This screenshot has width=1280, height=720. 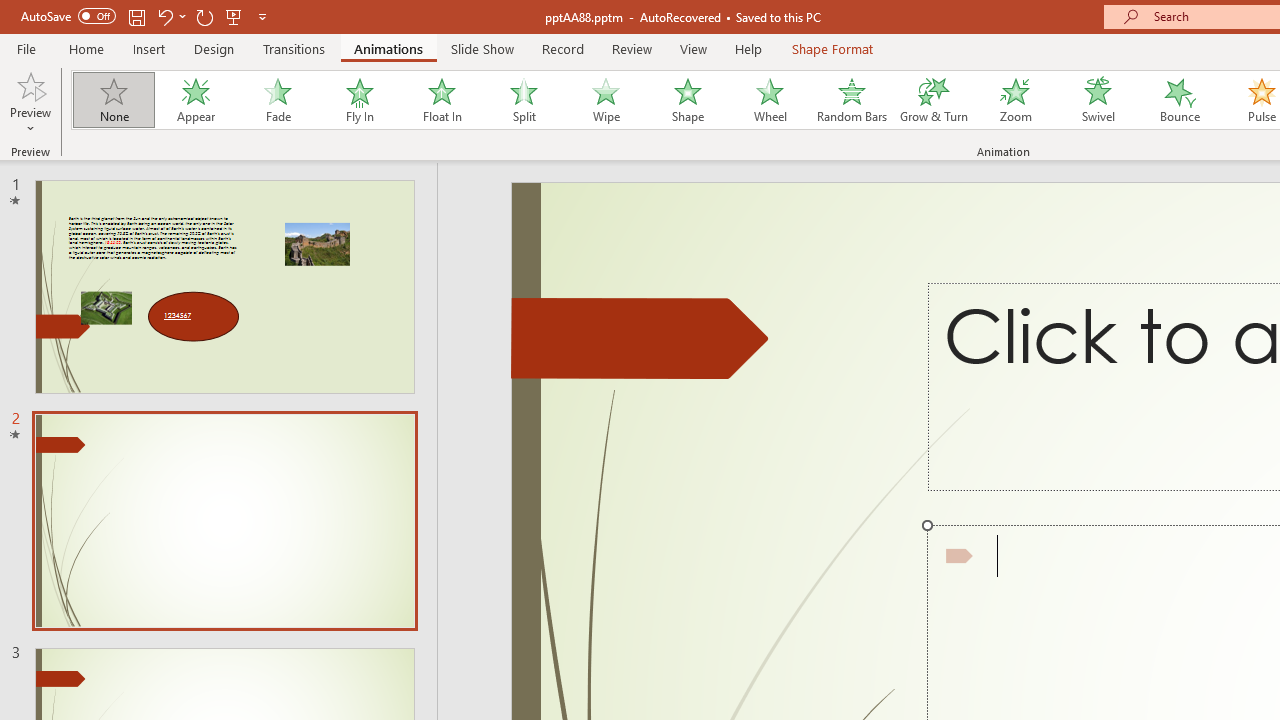 I want to click on 'Swivel', so click(x=1097, y=100).